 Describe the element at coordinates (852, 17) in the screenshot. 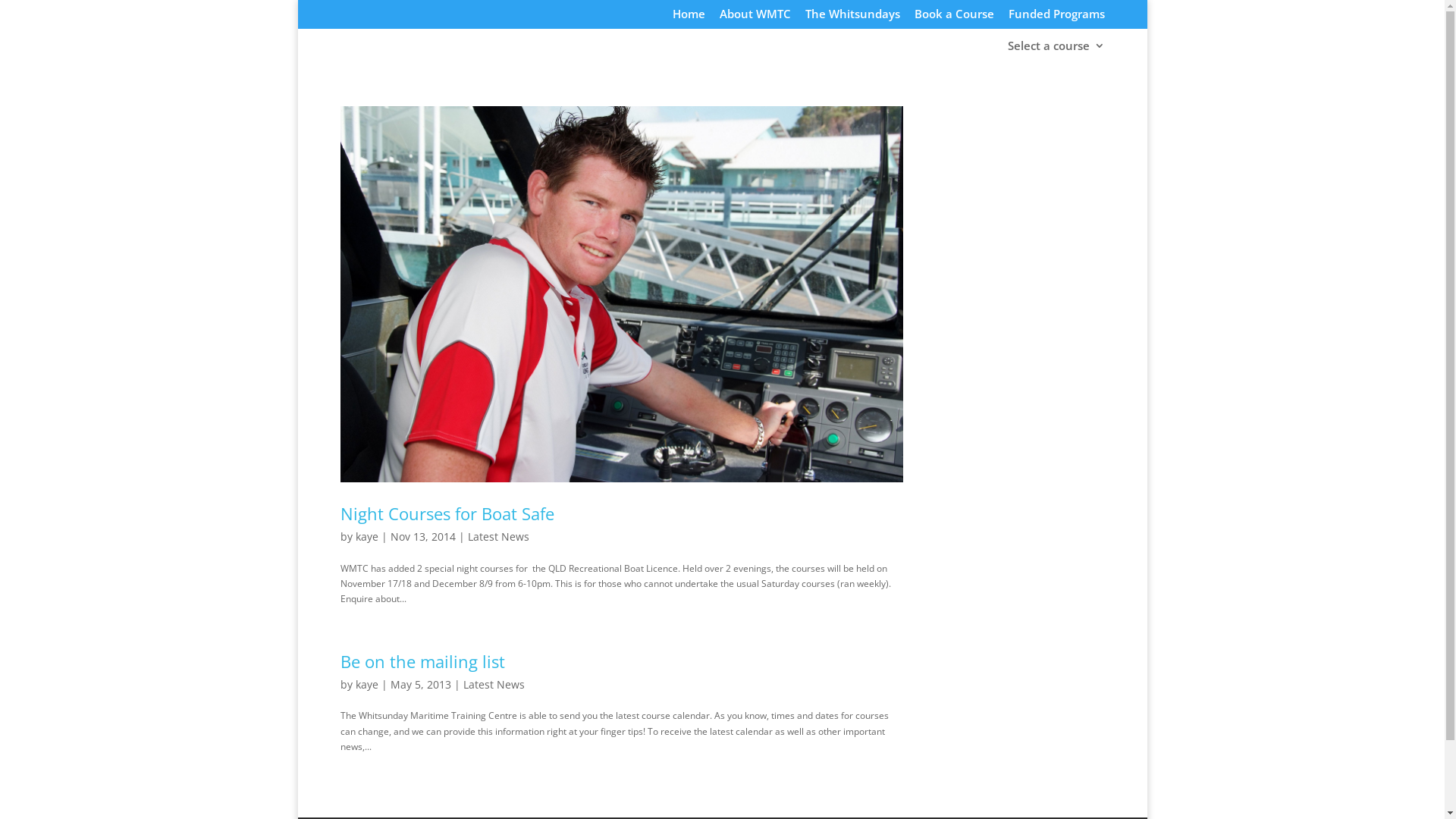

I see `'The Whitsundays'` at that location.